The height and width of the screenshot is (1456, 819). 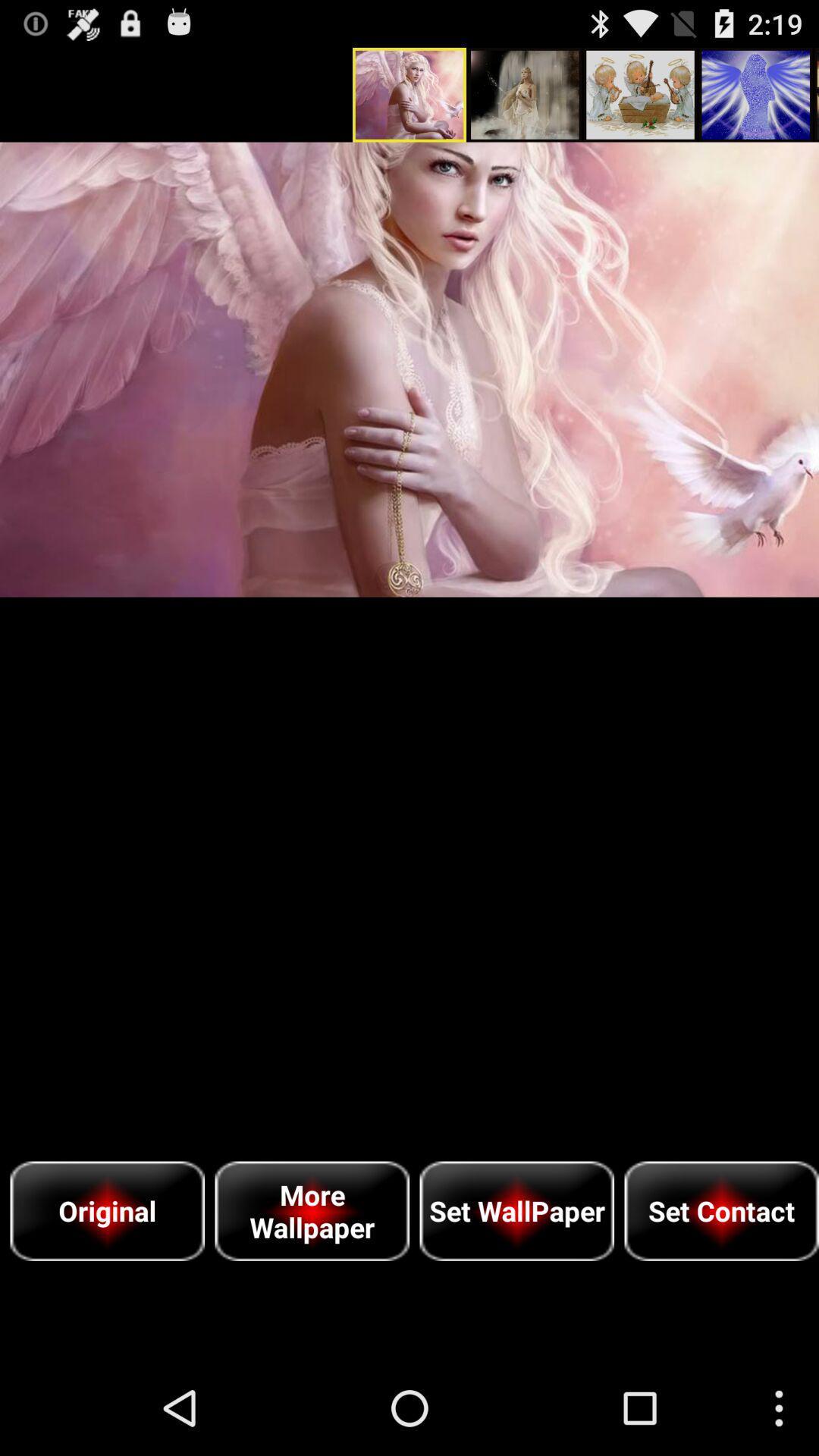 What do you see at coordinates (720, 1210) in the screenshot?
I see `the icon next to set wallpaper` at bounding box center [720, 1210].